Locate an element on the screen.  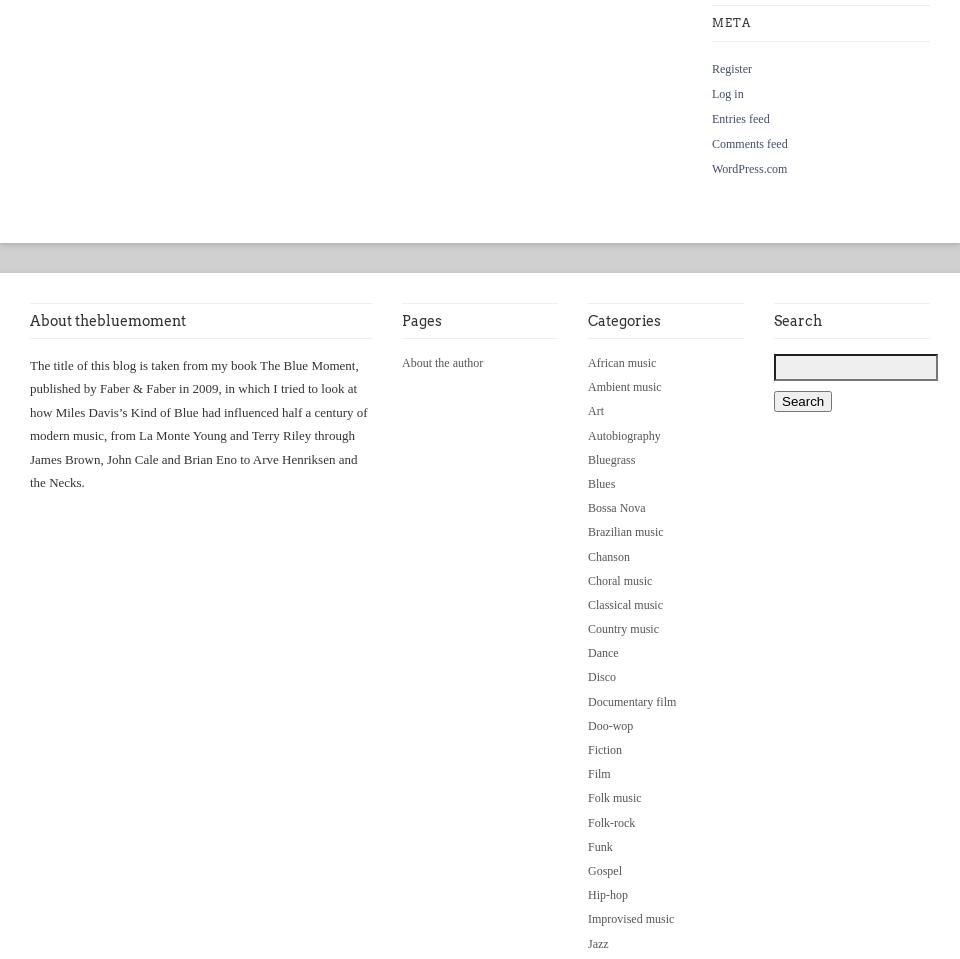
'Improvised music' is located at coordinates (588, 919).